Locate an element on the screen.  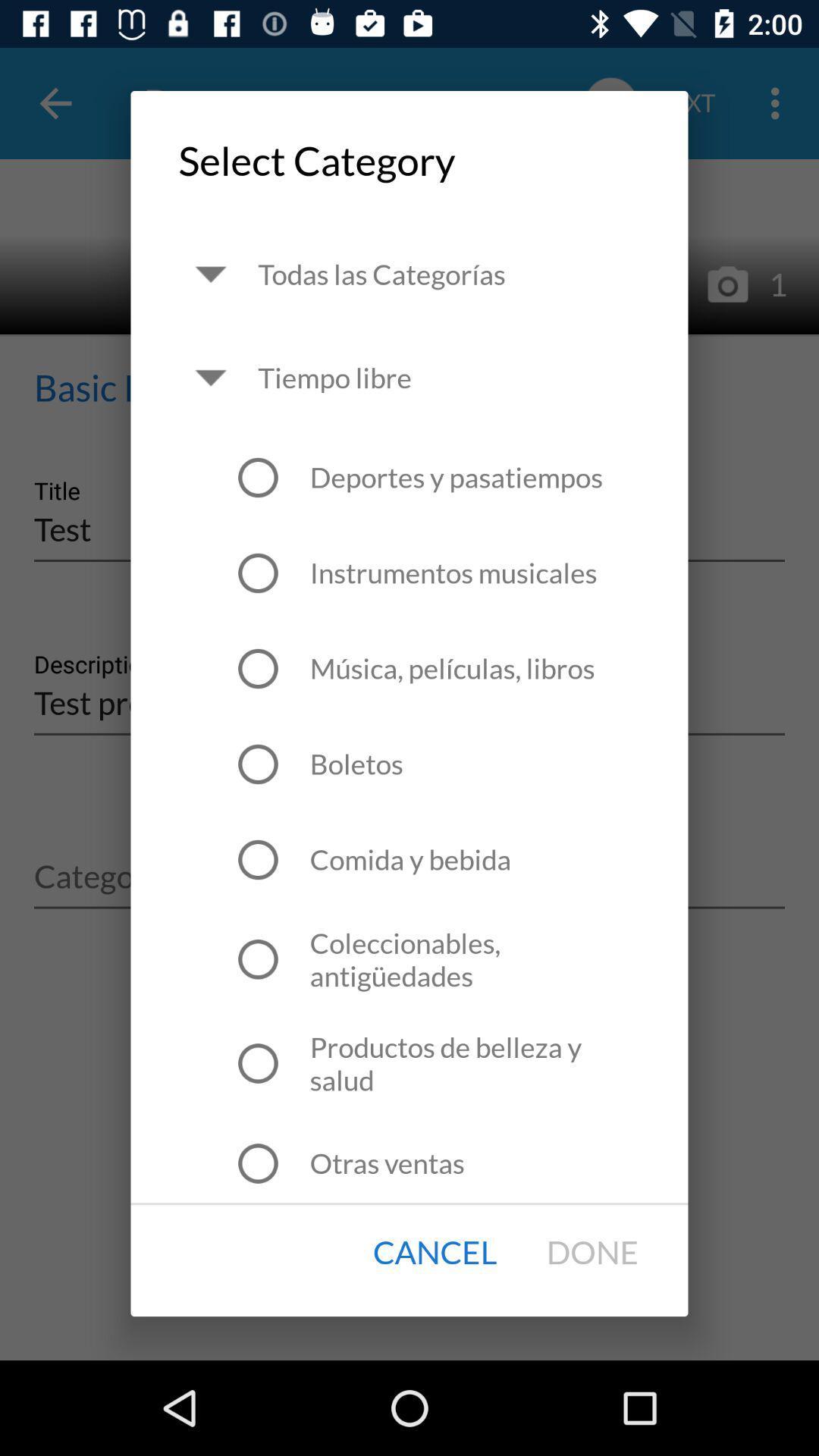
icon above productos de belleza item is located at coordinates (474, 959).